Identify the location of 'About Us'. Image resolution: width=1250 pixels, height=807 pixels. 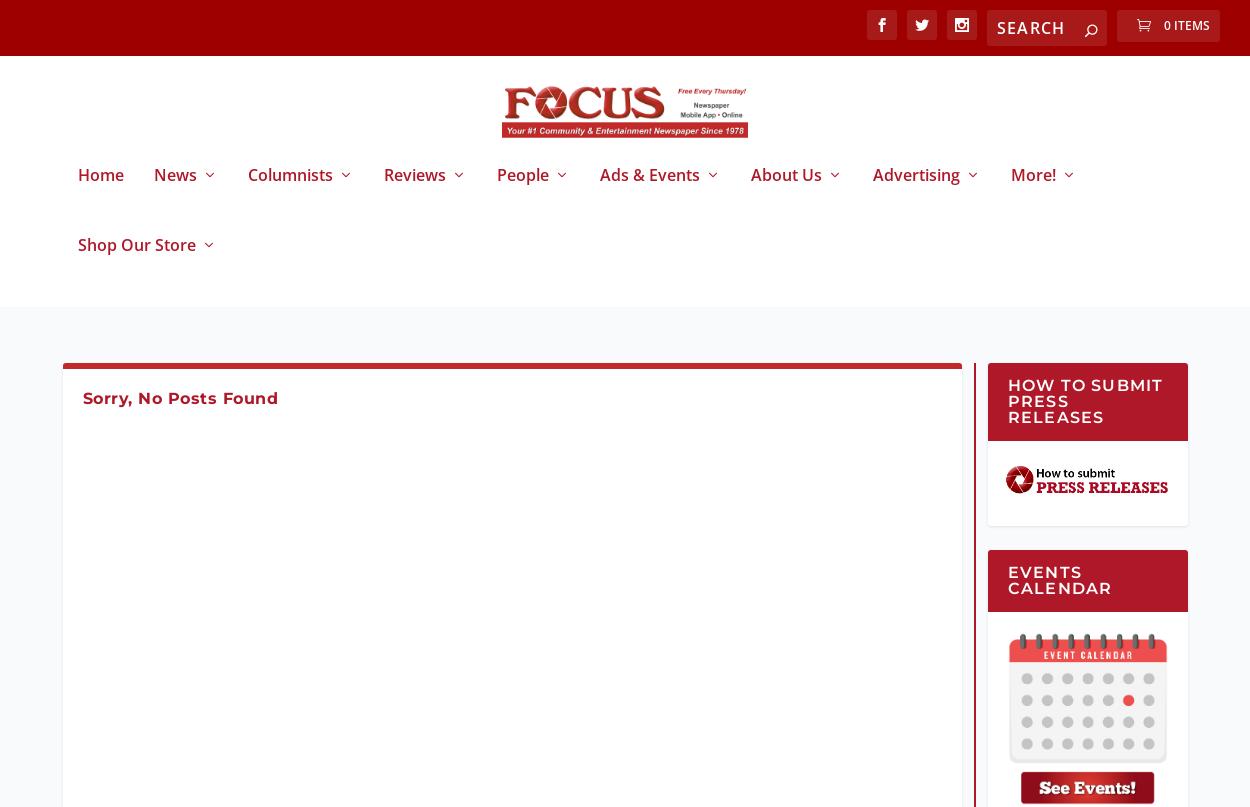
(785, 191).